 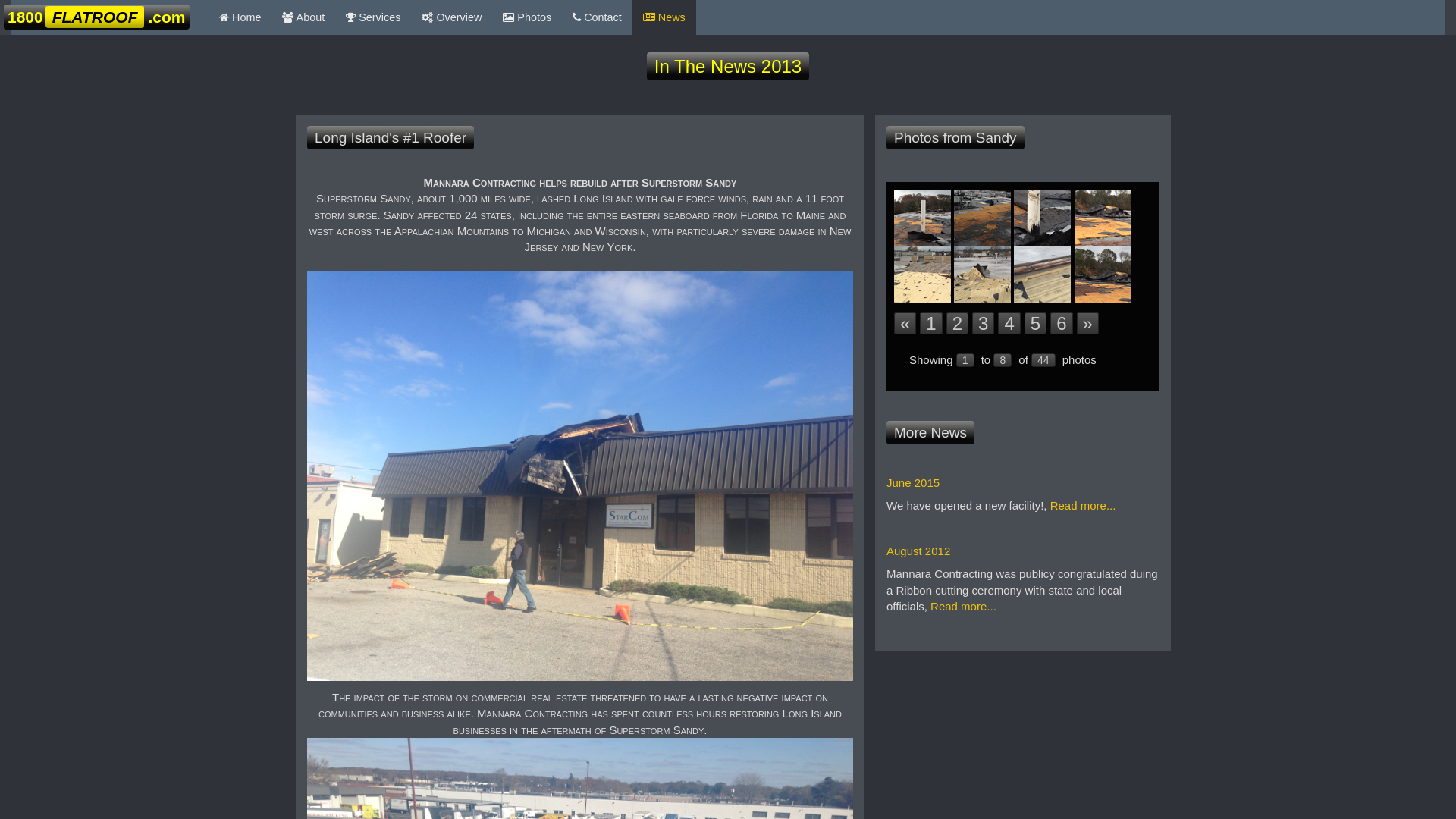 I want to click on '6', so click(x=1060, y=322).